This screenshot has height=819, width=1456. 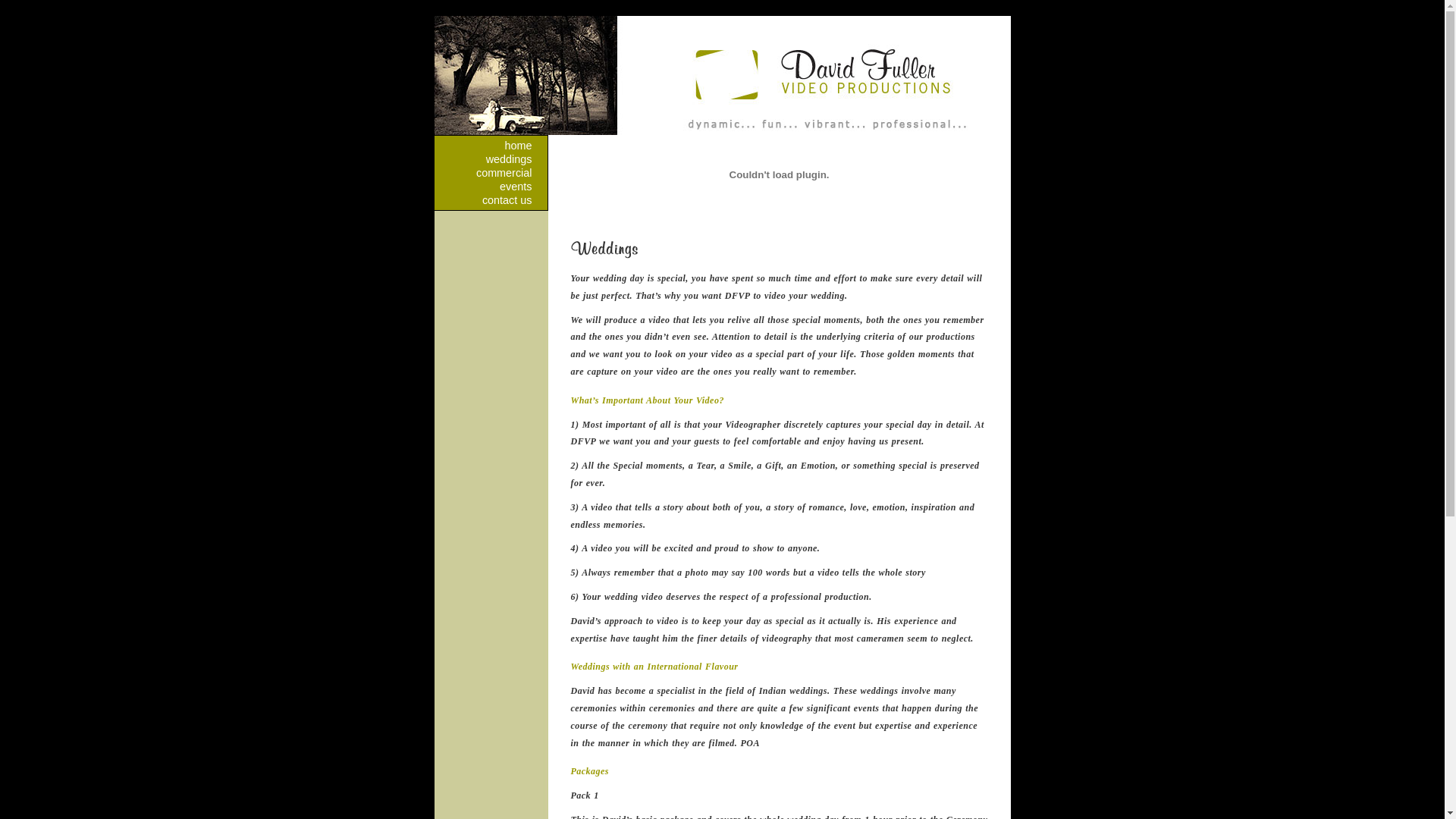 What do you see at coordinates (490, 146) in the screenshot?
I see `'home'` at bounding box center [490, 146].